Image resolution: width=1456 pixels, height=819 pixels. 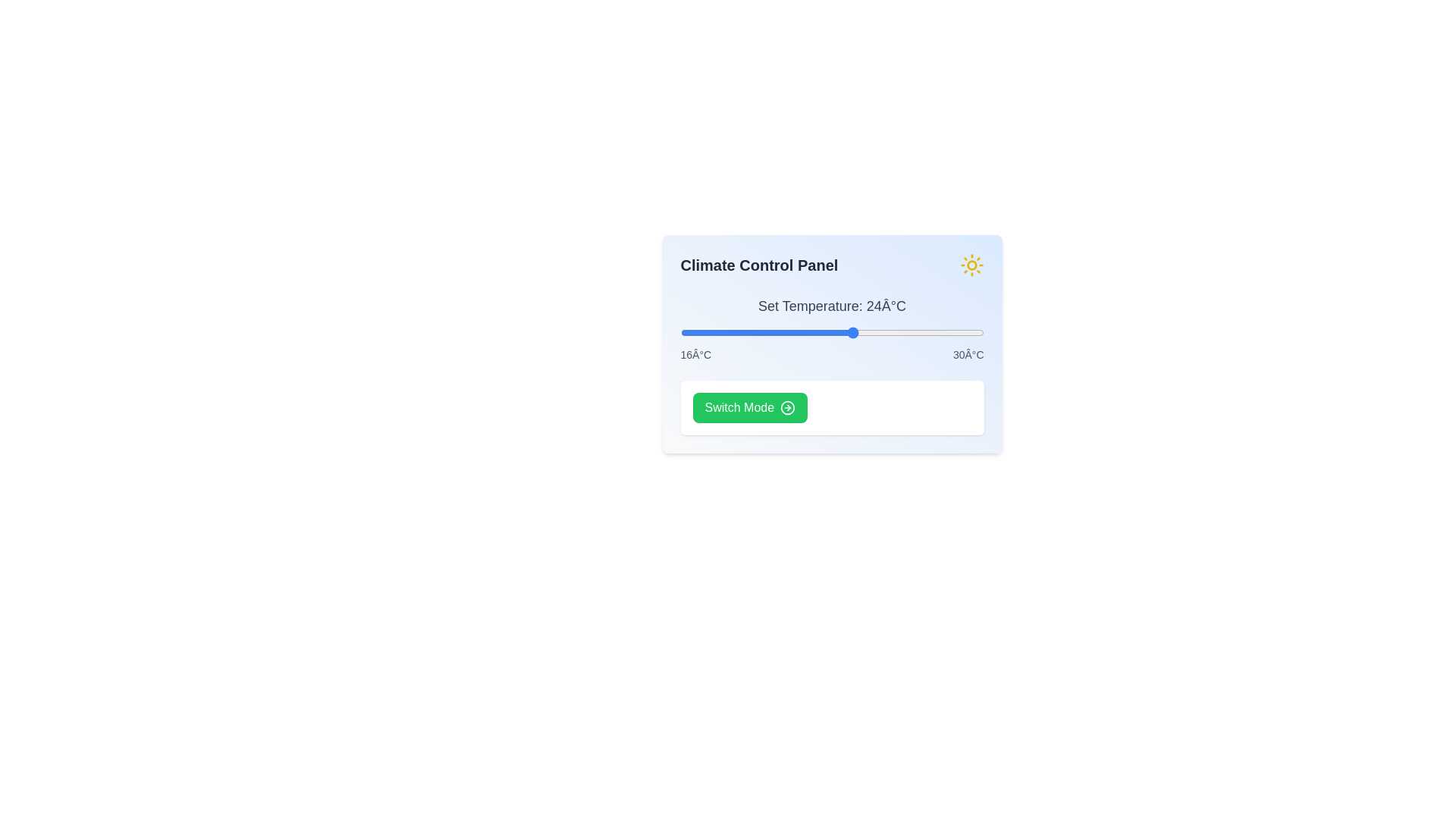 I want to click on the temperature, so click(x=767, y=332).